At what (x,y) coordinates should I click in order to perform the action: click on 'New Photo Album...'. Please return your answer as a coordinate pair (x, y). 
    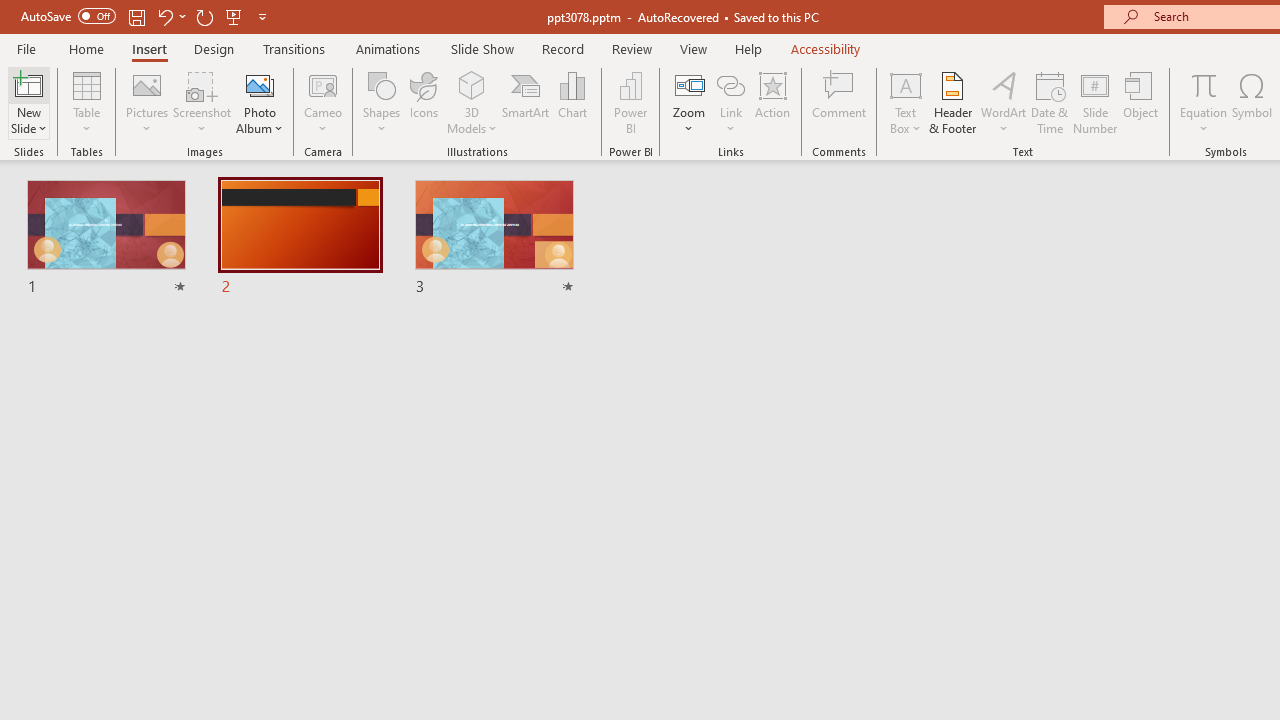
    Looking at the image, I should click on (258, 84).